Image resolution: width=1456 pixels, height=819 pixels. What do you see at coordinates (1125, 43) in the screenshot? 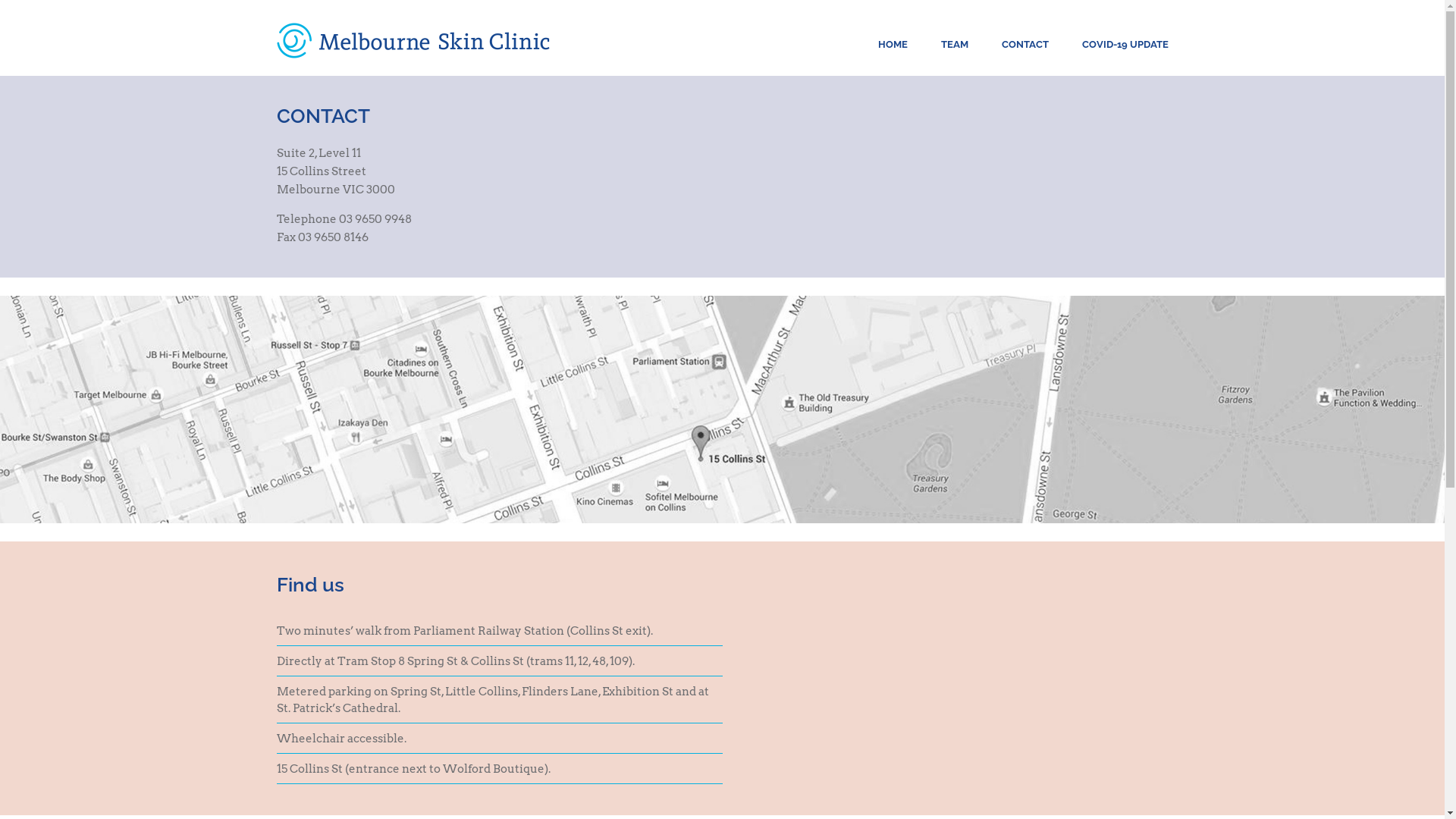
I see `'COVID-19 UPDATE'` at bounding box center [1125, 43].